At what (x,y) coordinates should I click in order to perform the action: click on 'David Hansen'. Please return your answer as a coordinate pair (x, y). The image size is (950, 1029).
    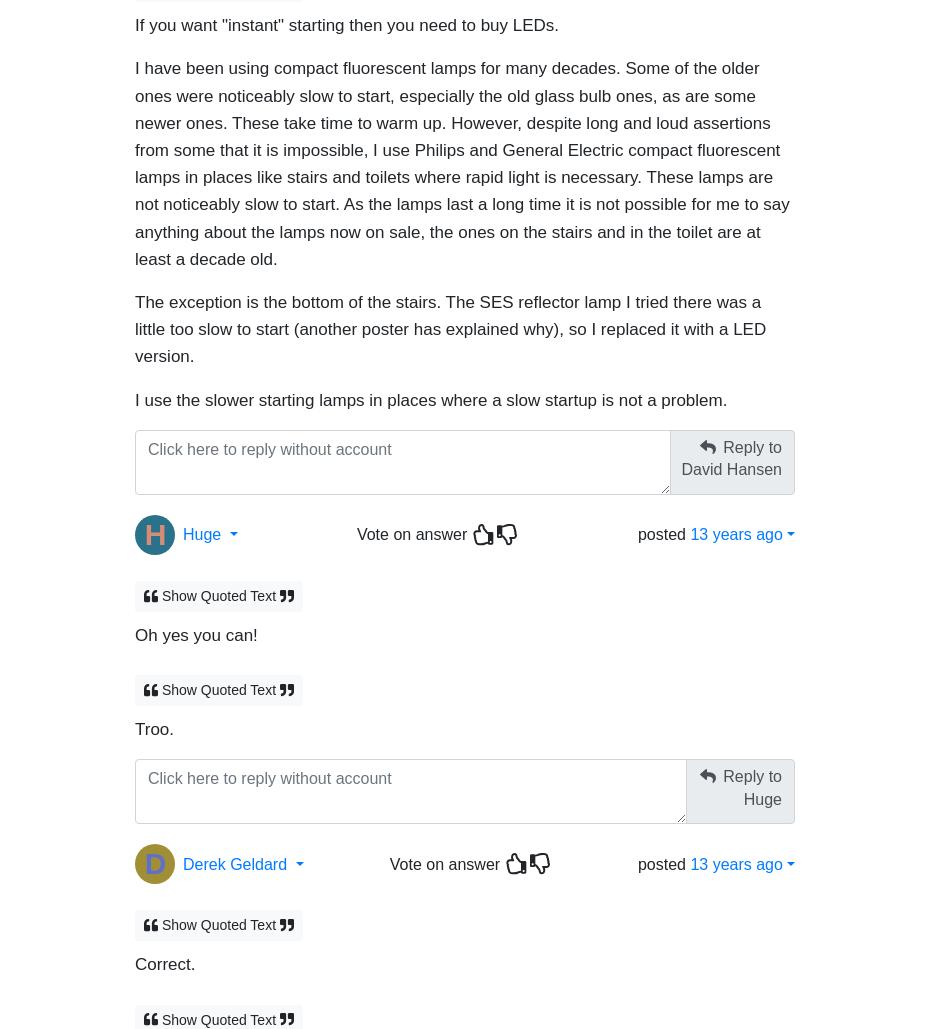
    Looking at the image, I should click on (730, 460).